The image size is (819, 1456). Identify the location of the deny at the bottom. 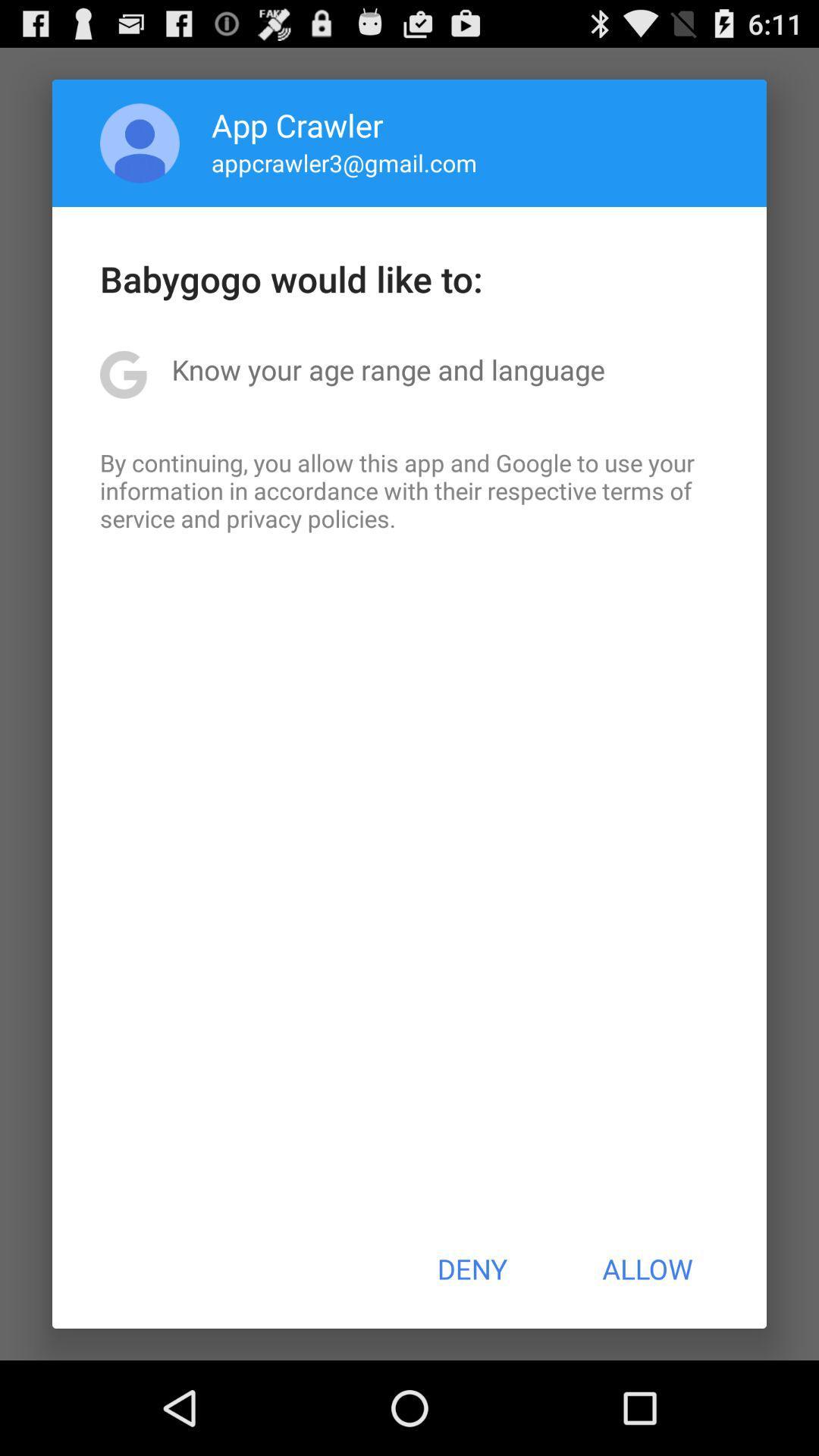
(471, 1269).